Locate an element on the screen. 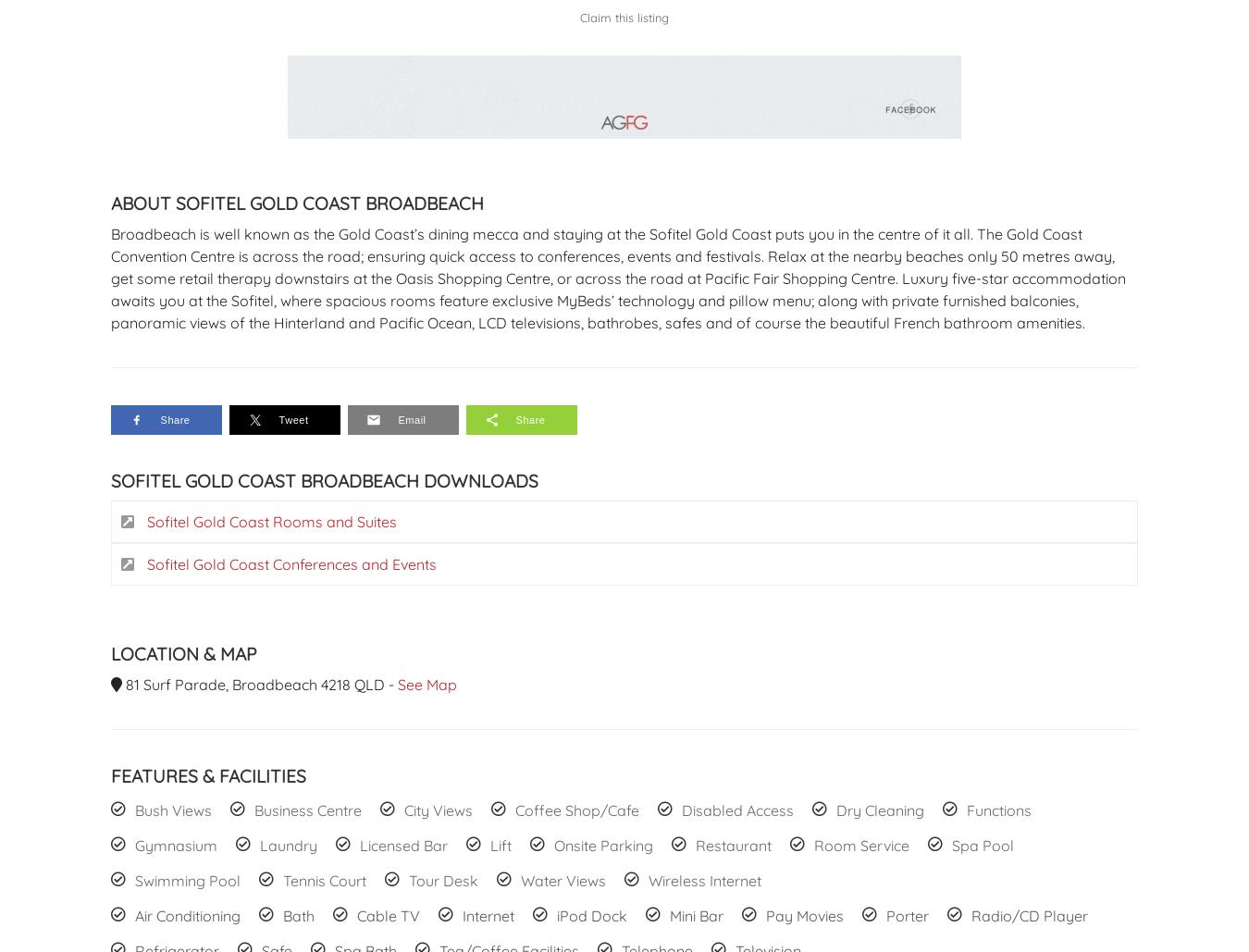  'Claim this listing' is located at coordinates (579, 18).